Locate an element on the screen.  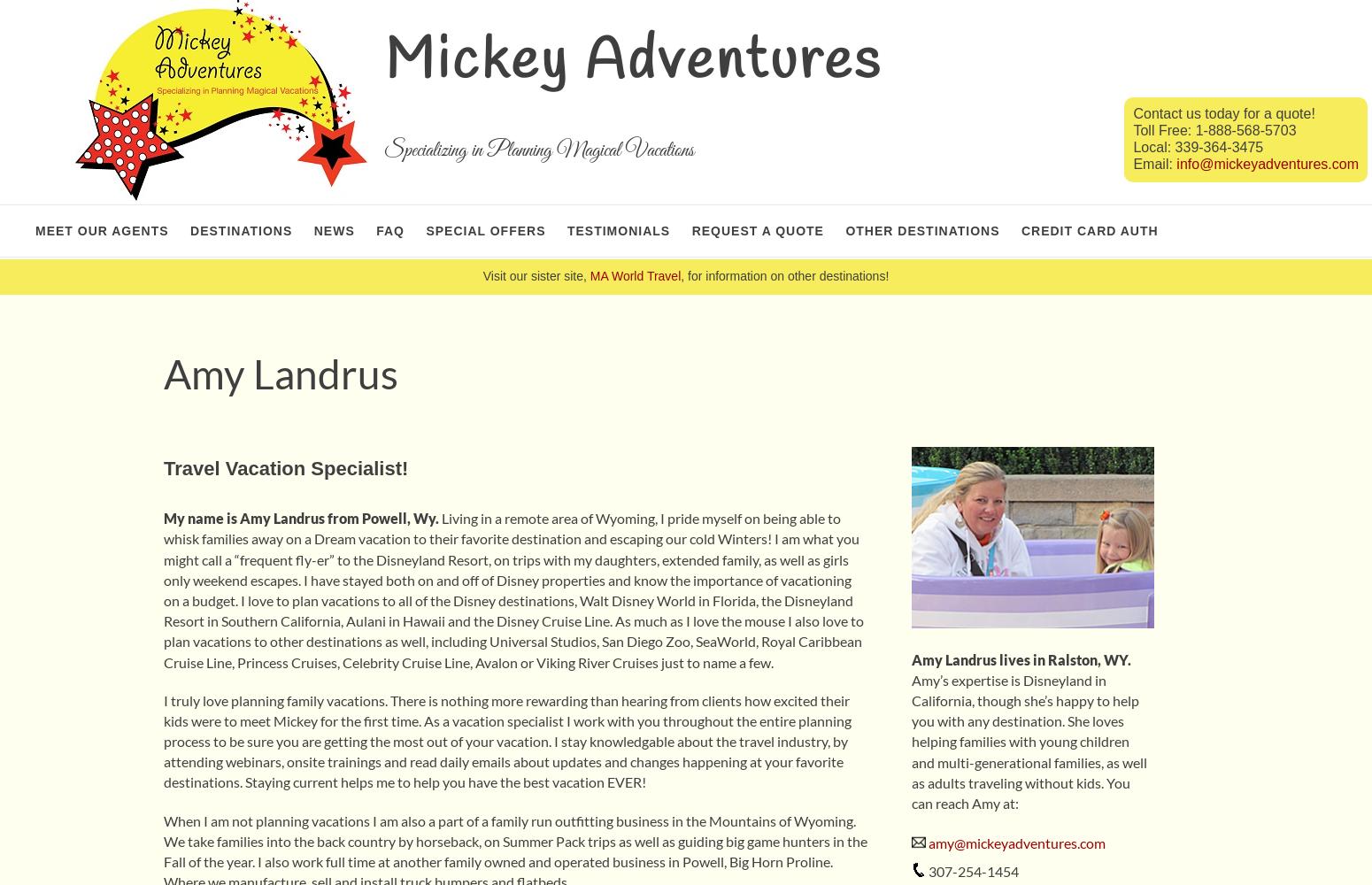
'Toll Free:' is located at coordinates (1163, 130).